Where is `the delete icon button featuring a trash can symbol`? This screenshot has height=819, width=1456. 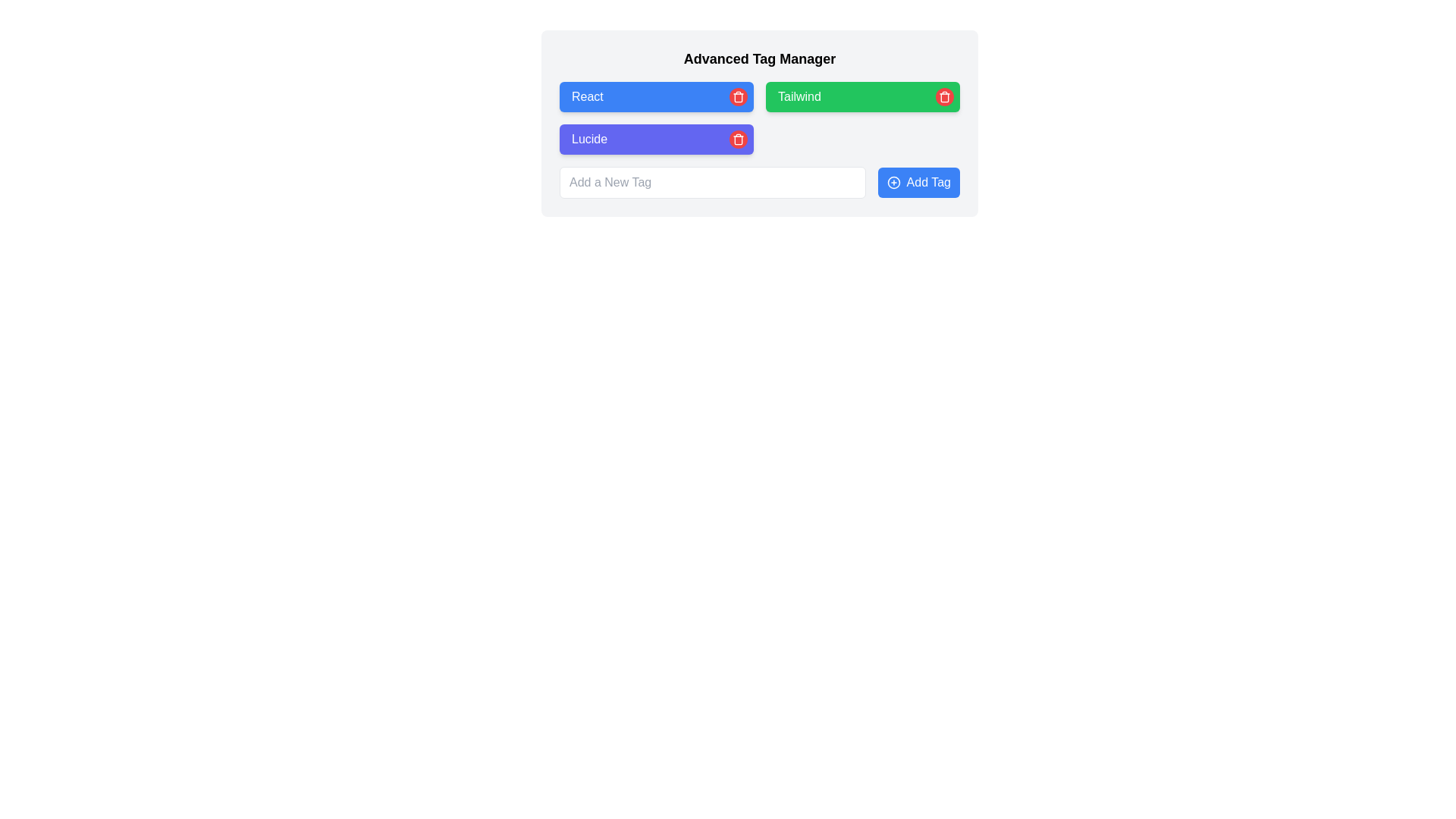
the delete icon button featuring a trash can symbol is located at coordinates (944, 96).